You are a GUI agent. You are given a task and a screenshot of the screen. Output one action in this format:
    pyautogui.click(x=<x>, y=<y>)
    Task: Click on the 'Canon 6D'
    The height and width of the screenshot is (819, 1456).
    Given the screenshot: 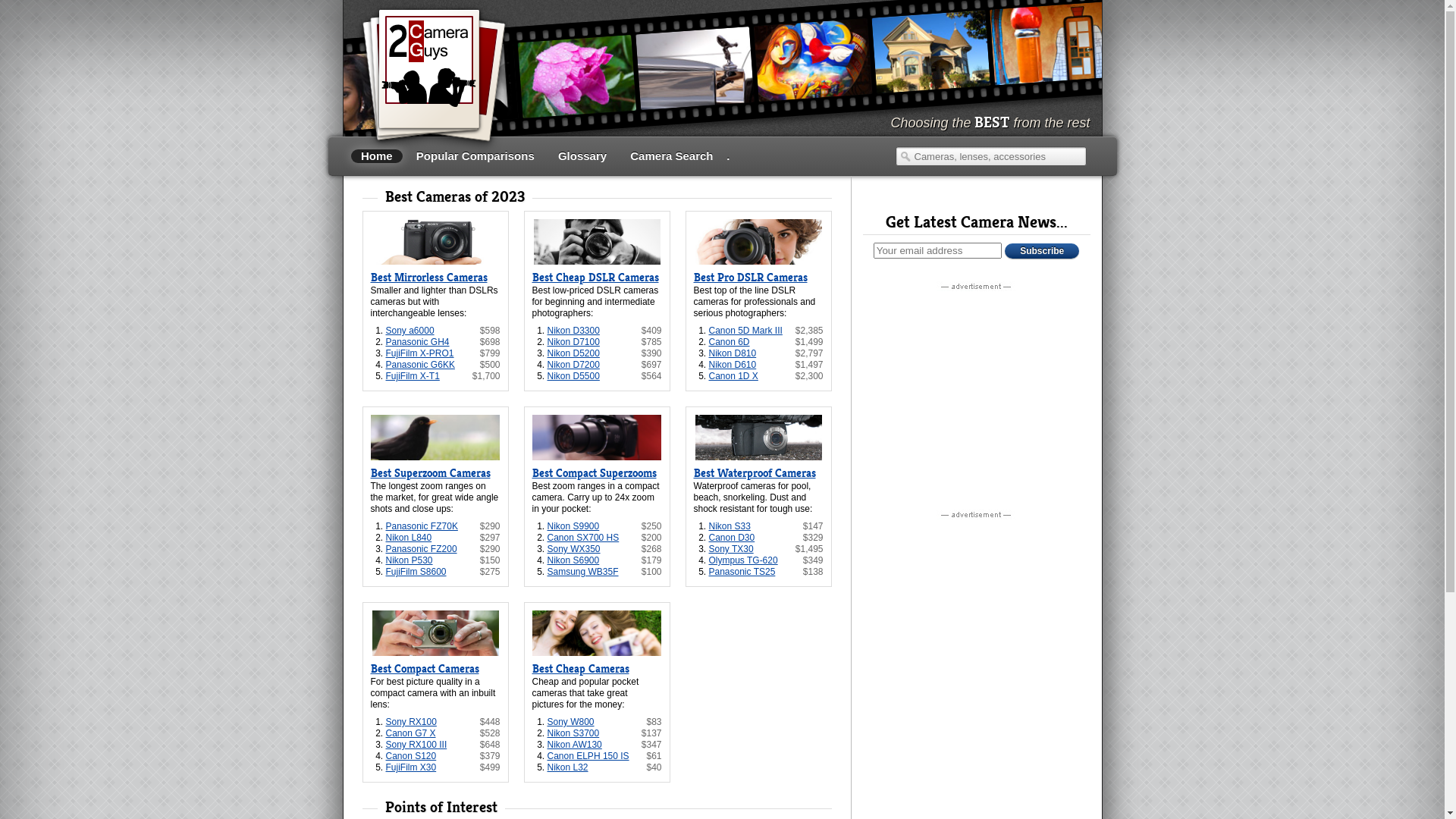 What is the action you would take?
    pyautogui.click(x=728, y=342)
    